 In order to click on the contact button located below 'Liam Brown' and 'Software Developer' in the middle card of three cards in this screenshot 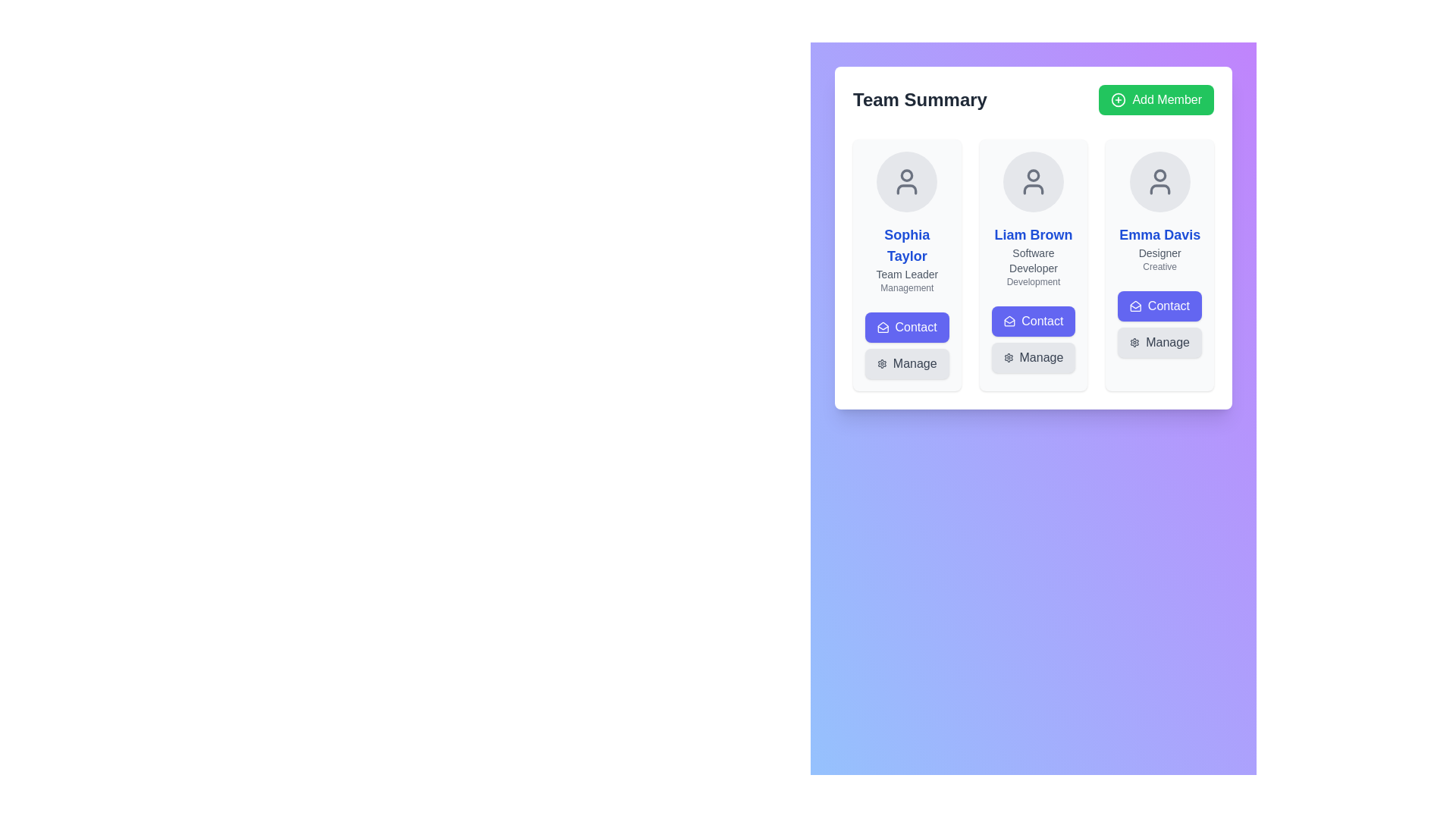, I will do `click(1033, 321)`.